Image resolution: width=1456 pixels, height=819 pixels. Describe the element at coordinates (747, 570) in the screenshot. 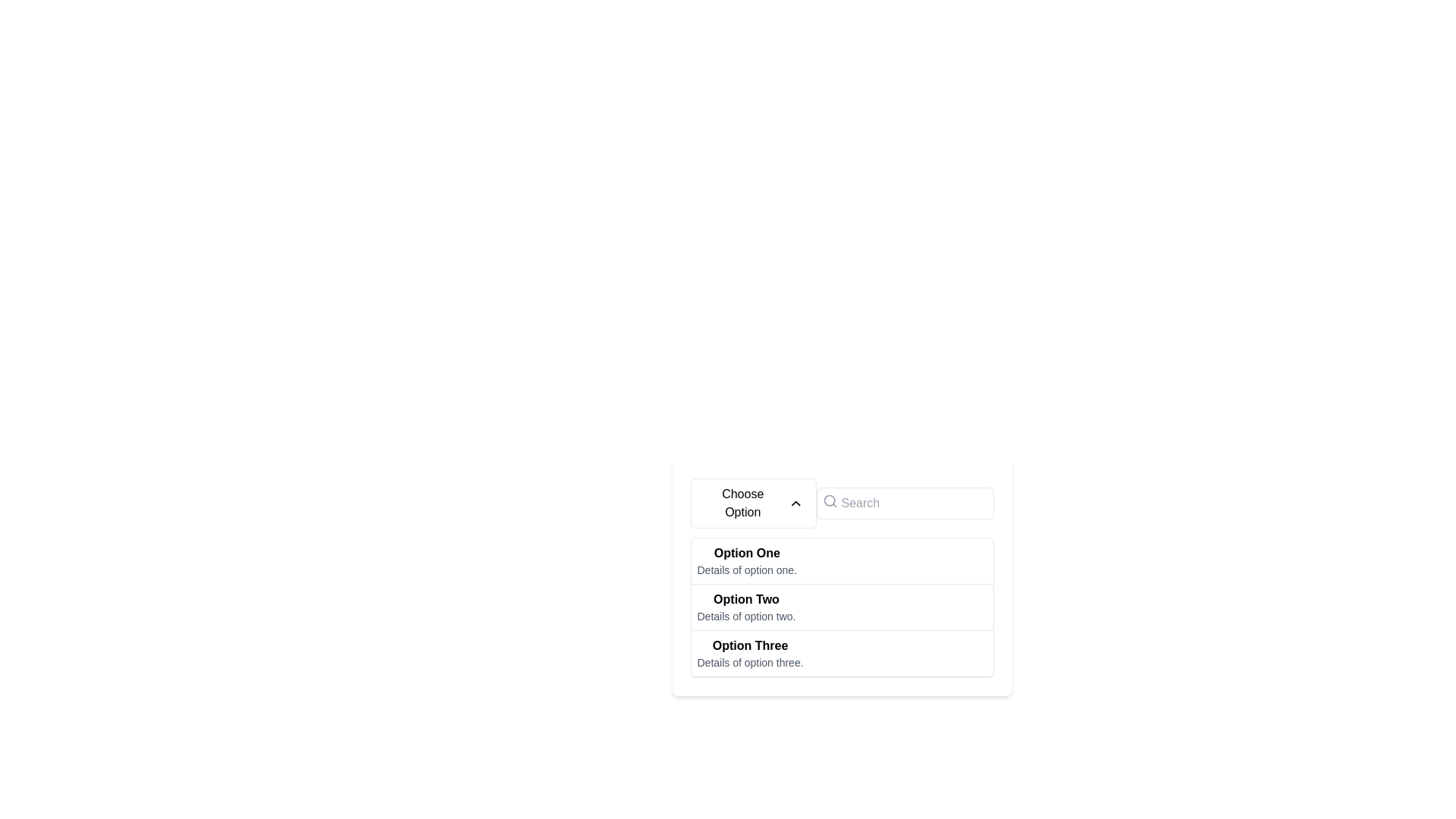

I see `the descriptive text label located directly under the bolded title 'Option One' in the dropdown options list` at that location.